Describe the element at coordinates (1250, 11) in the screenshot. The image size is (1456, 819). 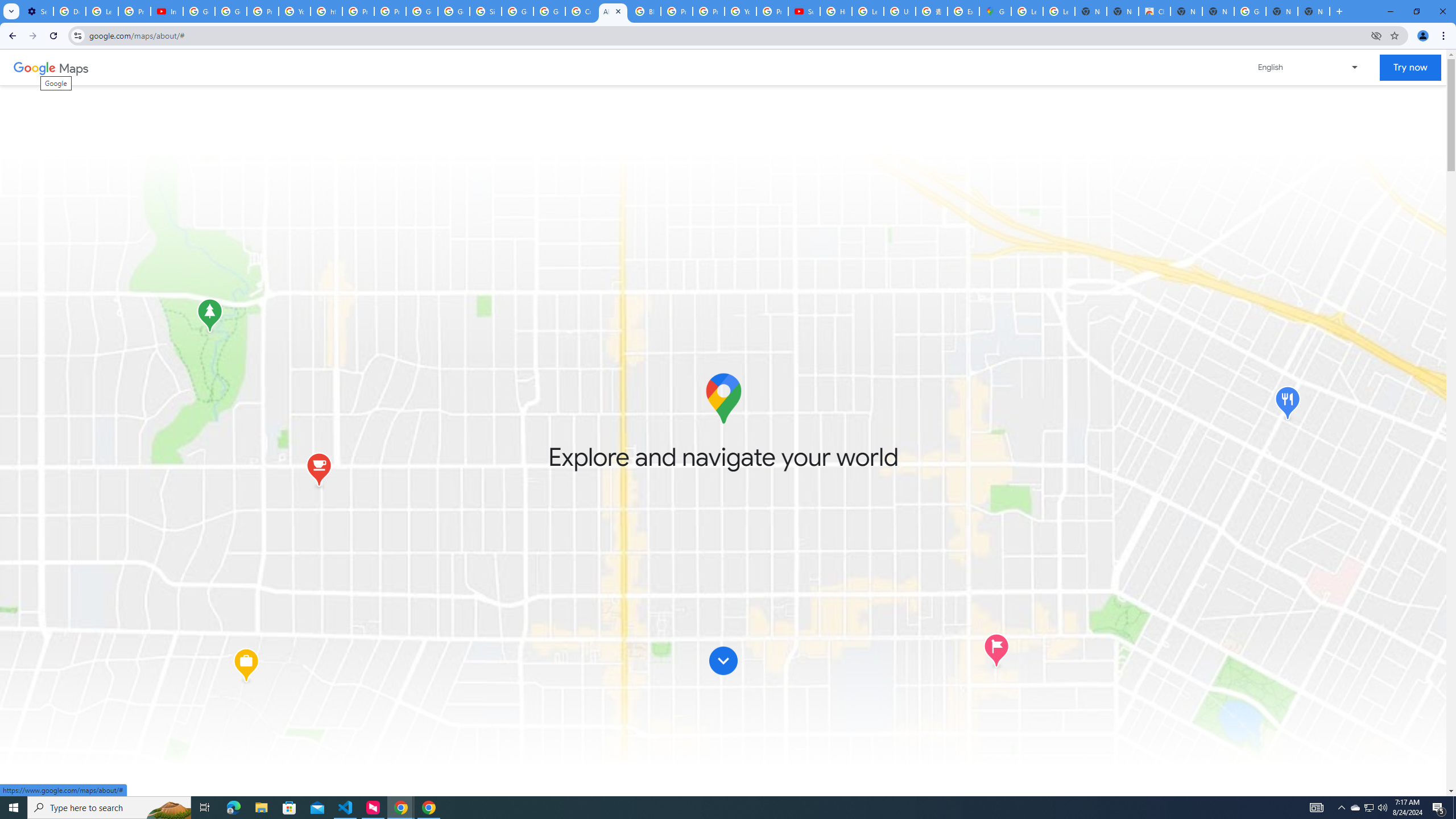
I see `'Google Images'` at that location.